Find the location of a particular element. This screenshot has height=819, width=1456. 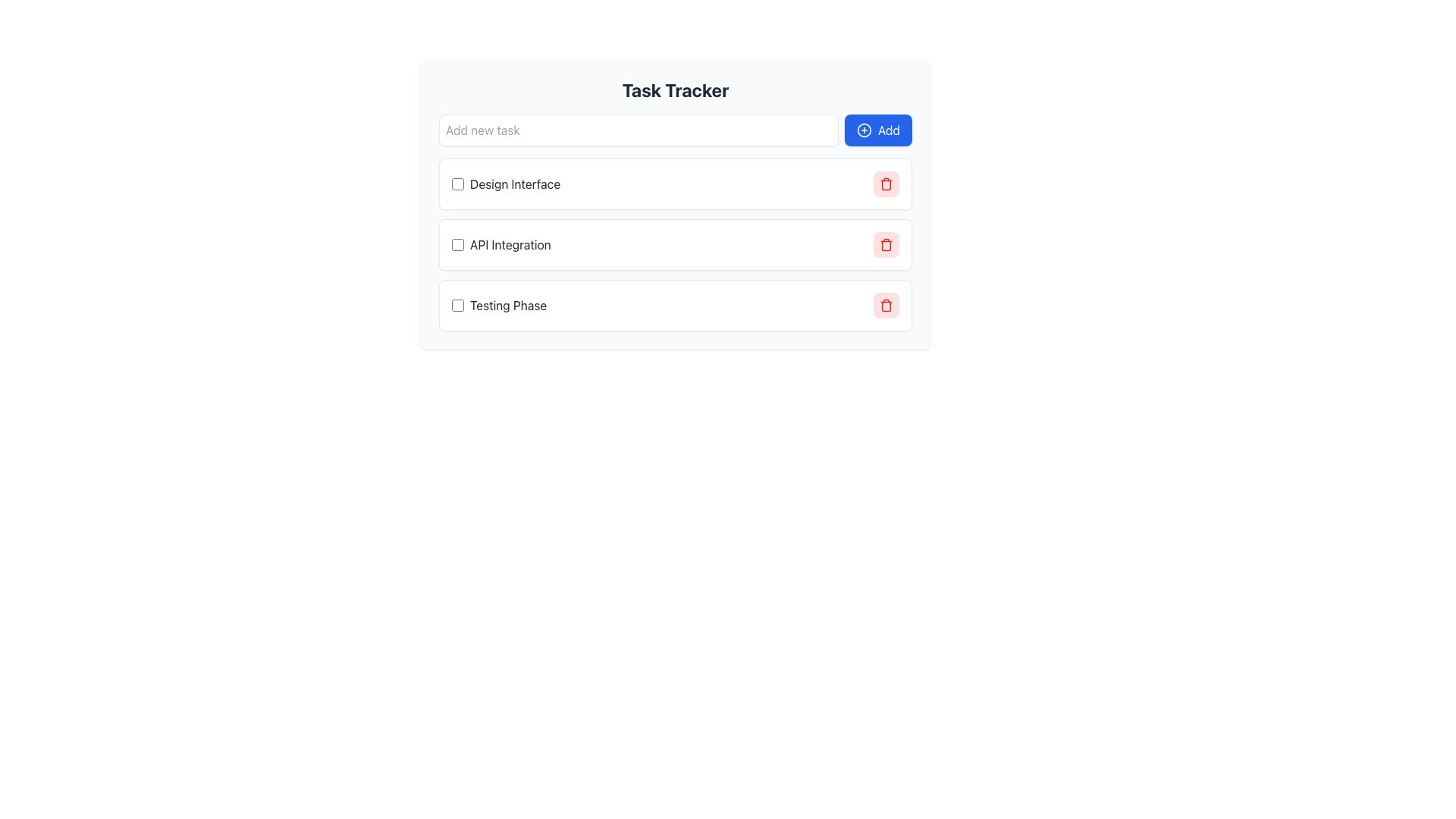

the checkbox labeled 'Testing Phase' is located at coordinates (499, 305).